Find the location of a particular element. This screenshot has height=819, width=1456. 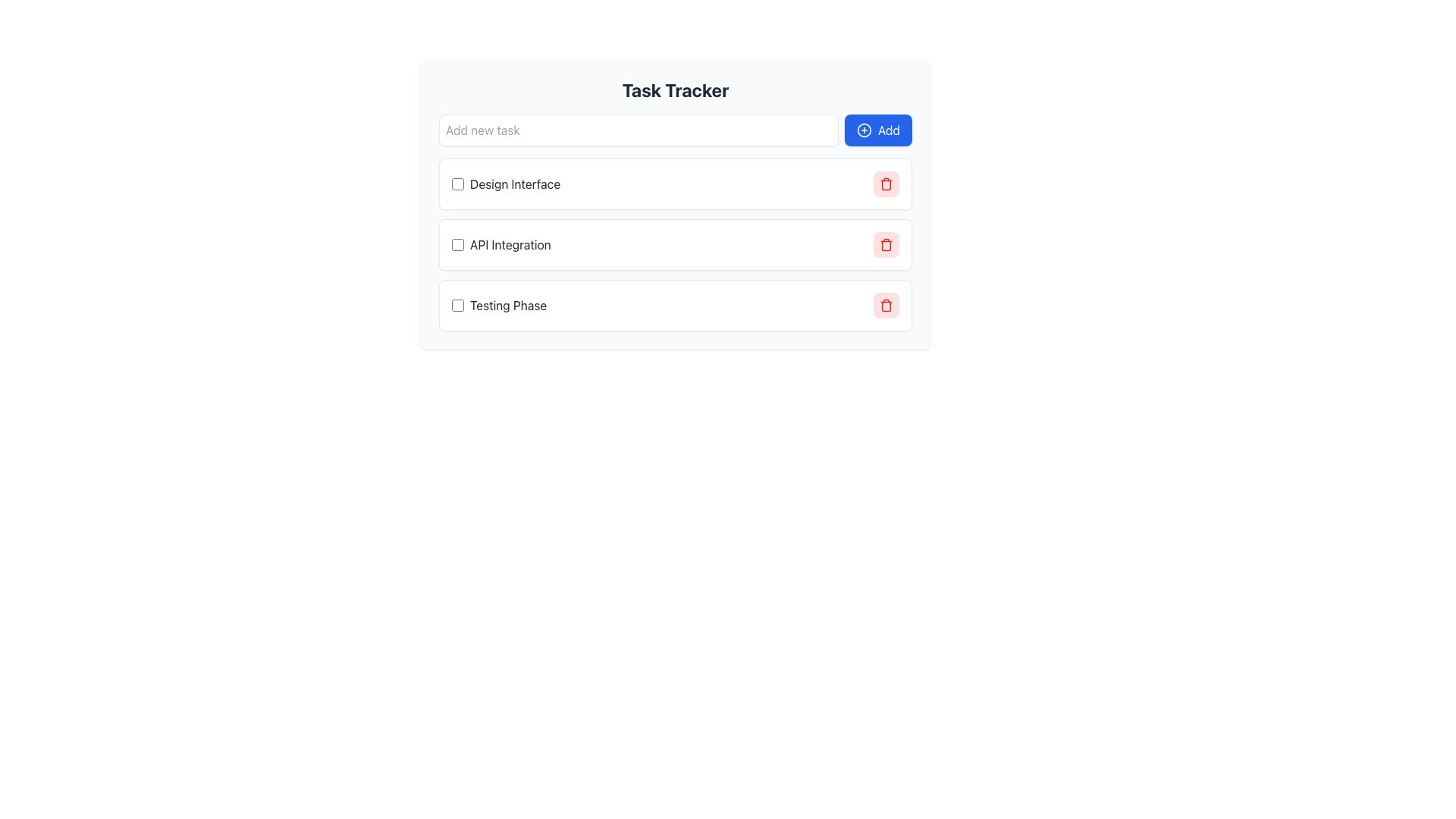

the checkbox labeled 'Testing Phase' is located at coordinates (499, 305).